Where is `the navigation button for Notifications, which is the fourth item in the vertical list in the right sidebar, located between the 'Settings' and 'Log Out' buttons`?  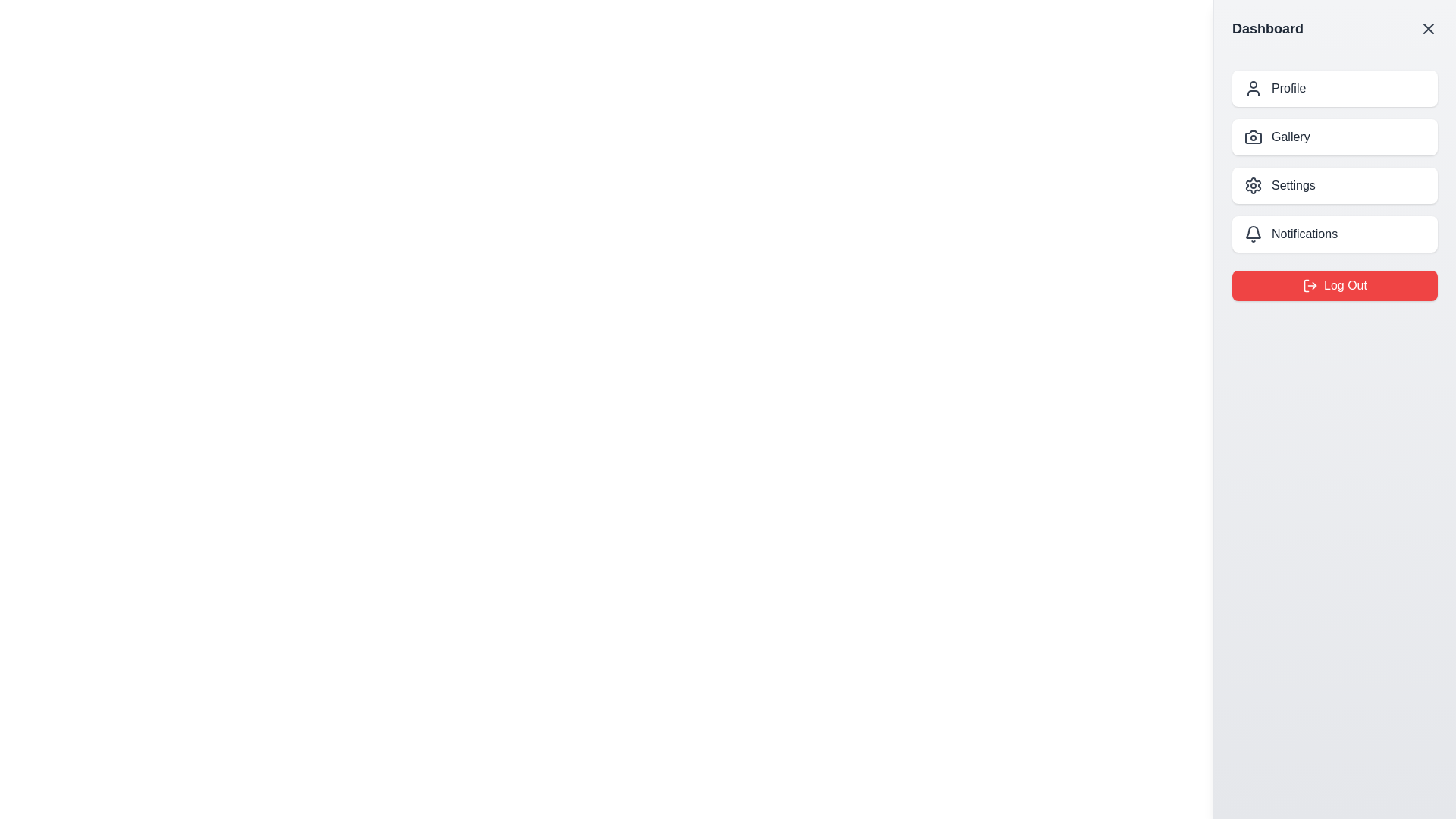
the navigation button for Notifications, which is the fourth item in the vertical list in the right sidebar, located between the 'Settings' and 'Log Out' buttons is located at coordinates (1335, 234).